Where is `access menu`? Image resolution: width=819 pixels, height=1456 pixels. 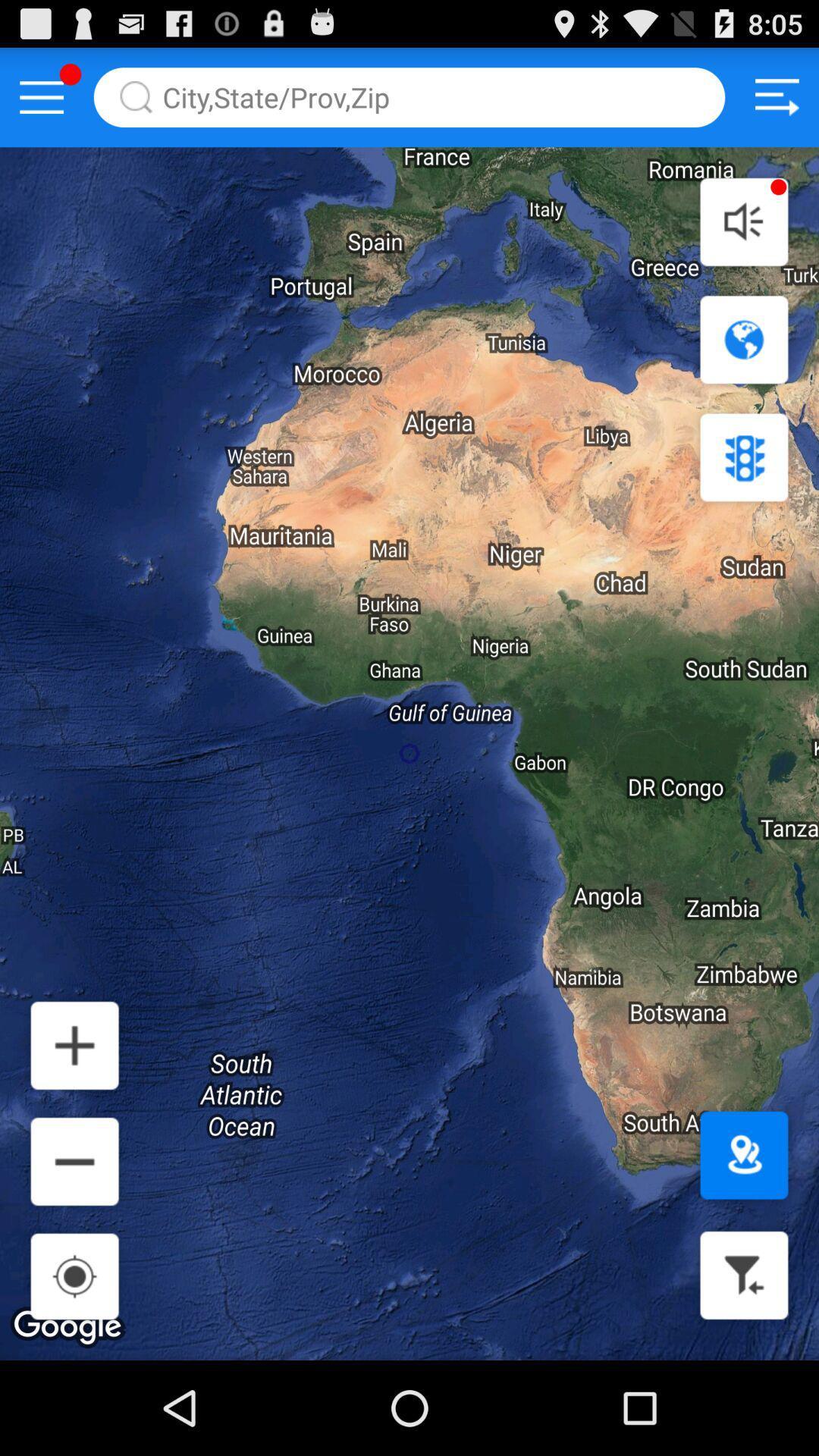 access menu is located at coordinates (41, 96).